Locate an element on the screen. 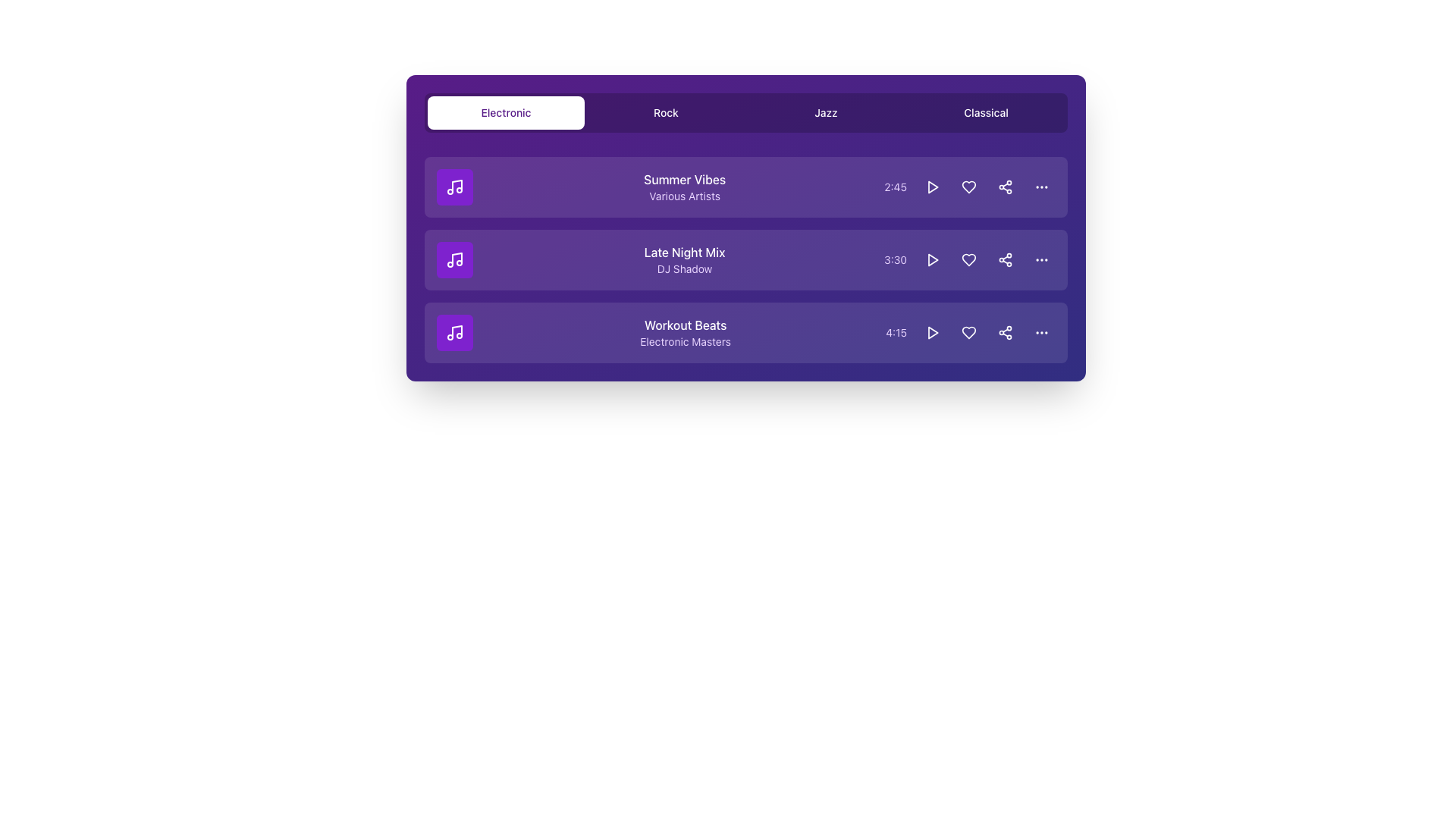 This screenshot has height=819, width=1456. the leftmost button labeled 'Electronic' in the row of category buttons is located at coordinates (506, 112).